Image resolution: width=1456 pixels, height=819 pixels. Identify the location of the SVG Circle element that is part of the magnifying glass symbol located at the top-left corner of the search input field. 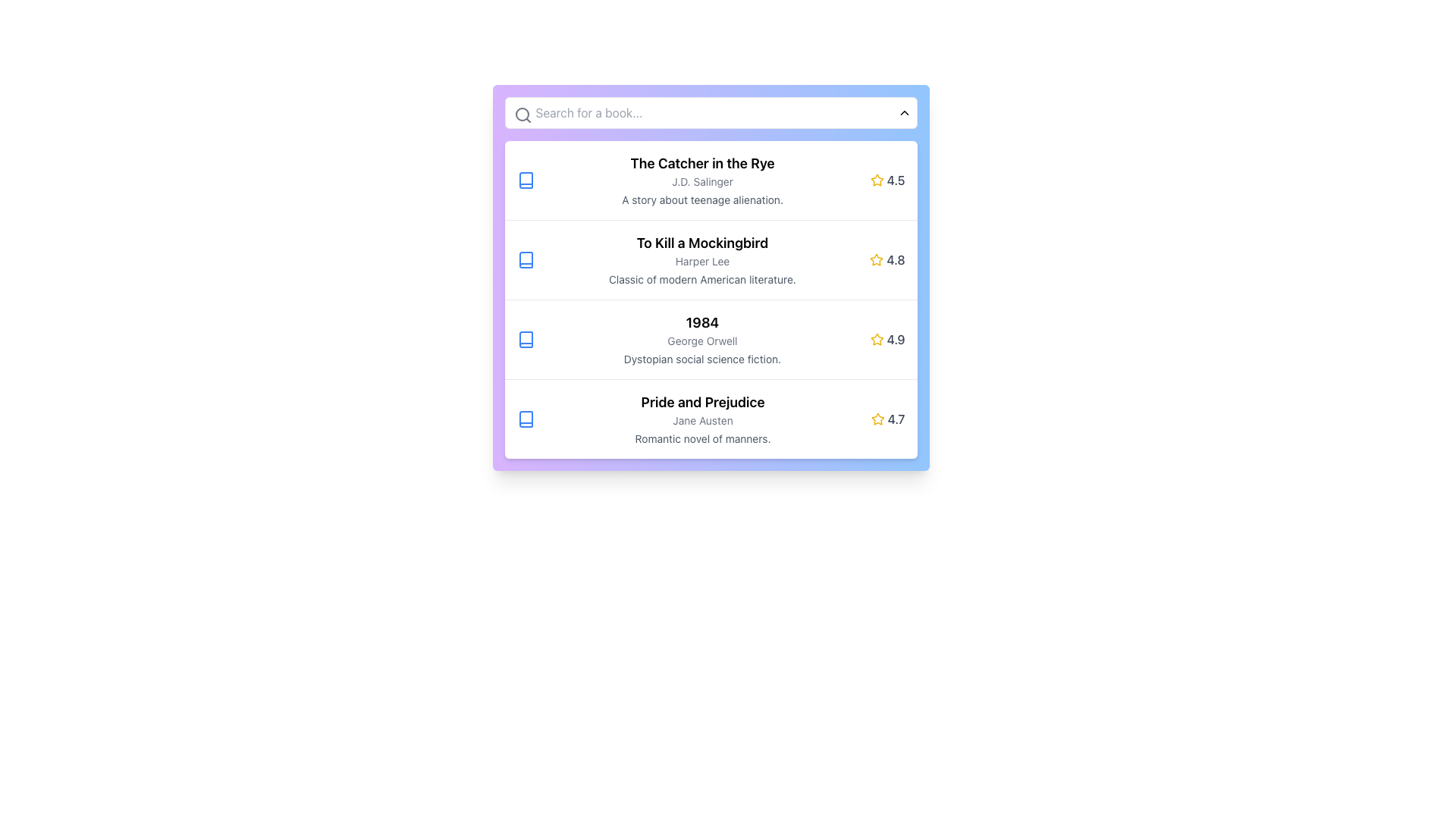
(522, 113).